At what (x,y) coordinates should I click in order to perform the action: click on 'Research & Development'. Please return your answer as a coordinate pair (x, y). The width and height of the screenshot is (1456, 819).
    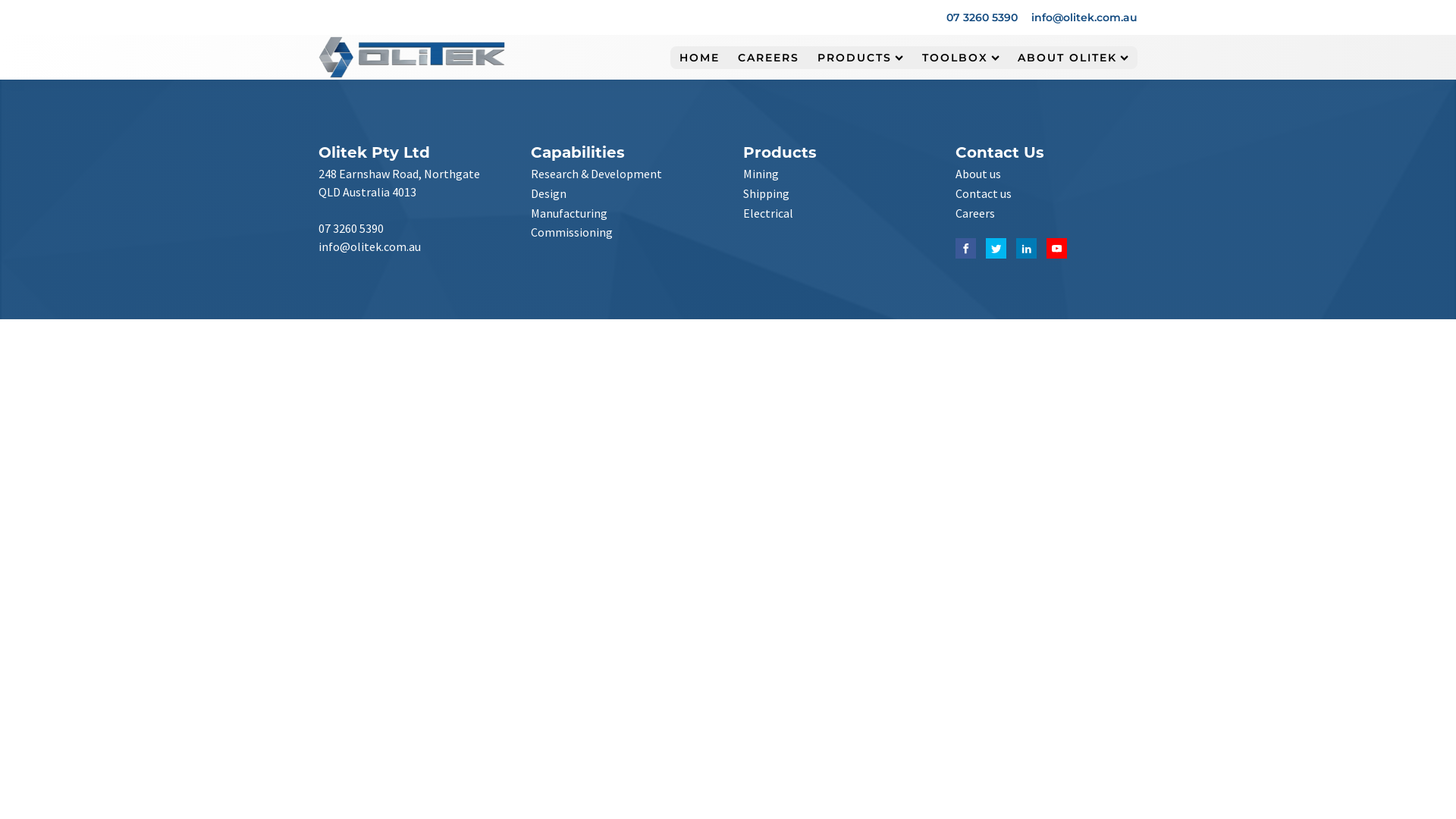
    Looking at the image, I should click on (595, 174).